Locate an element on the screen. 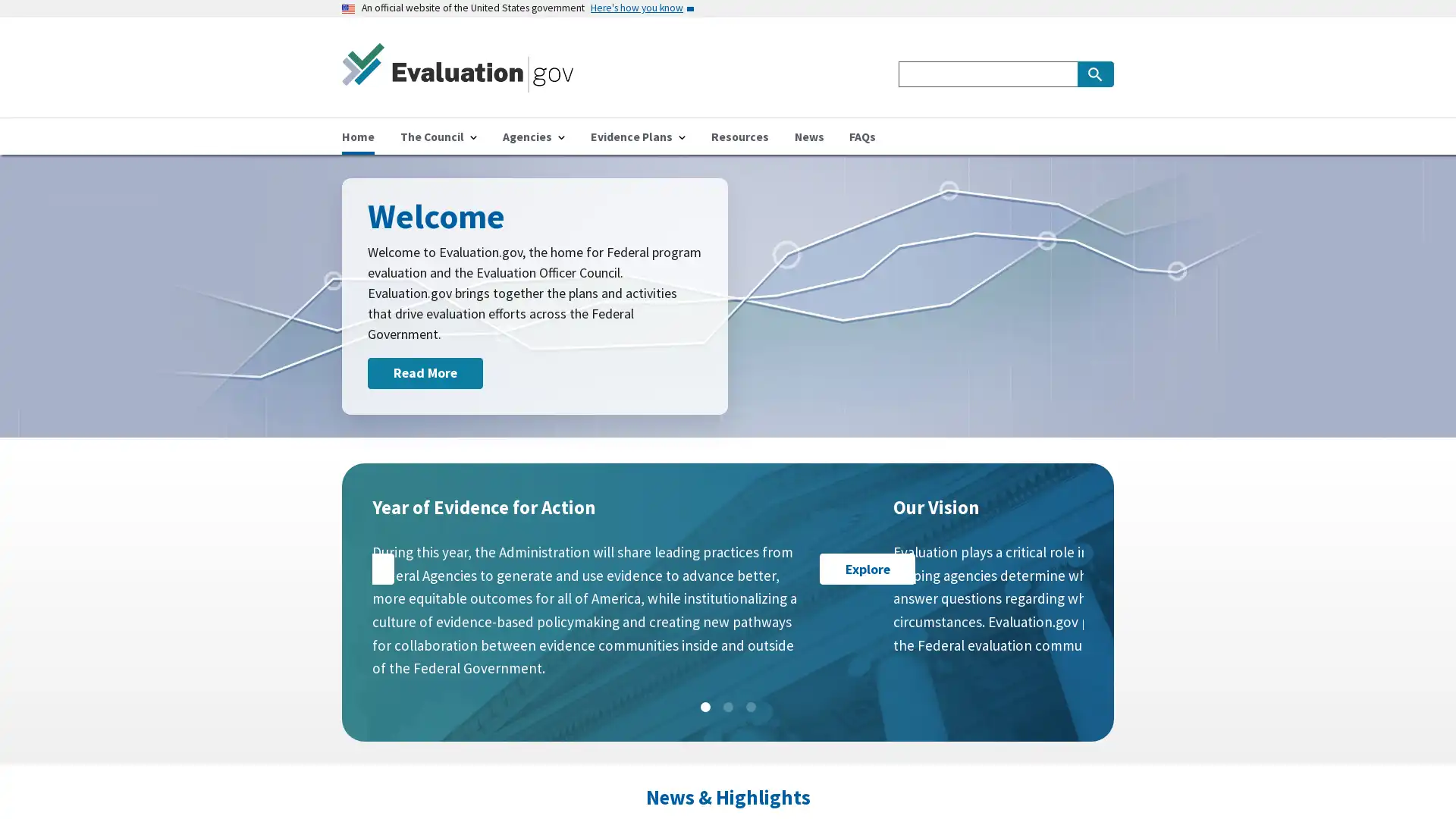  Search is located at coordinates (1095, 74).